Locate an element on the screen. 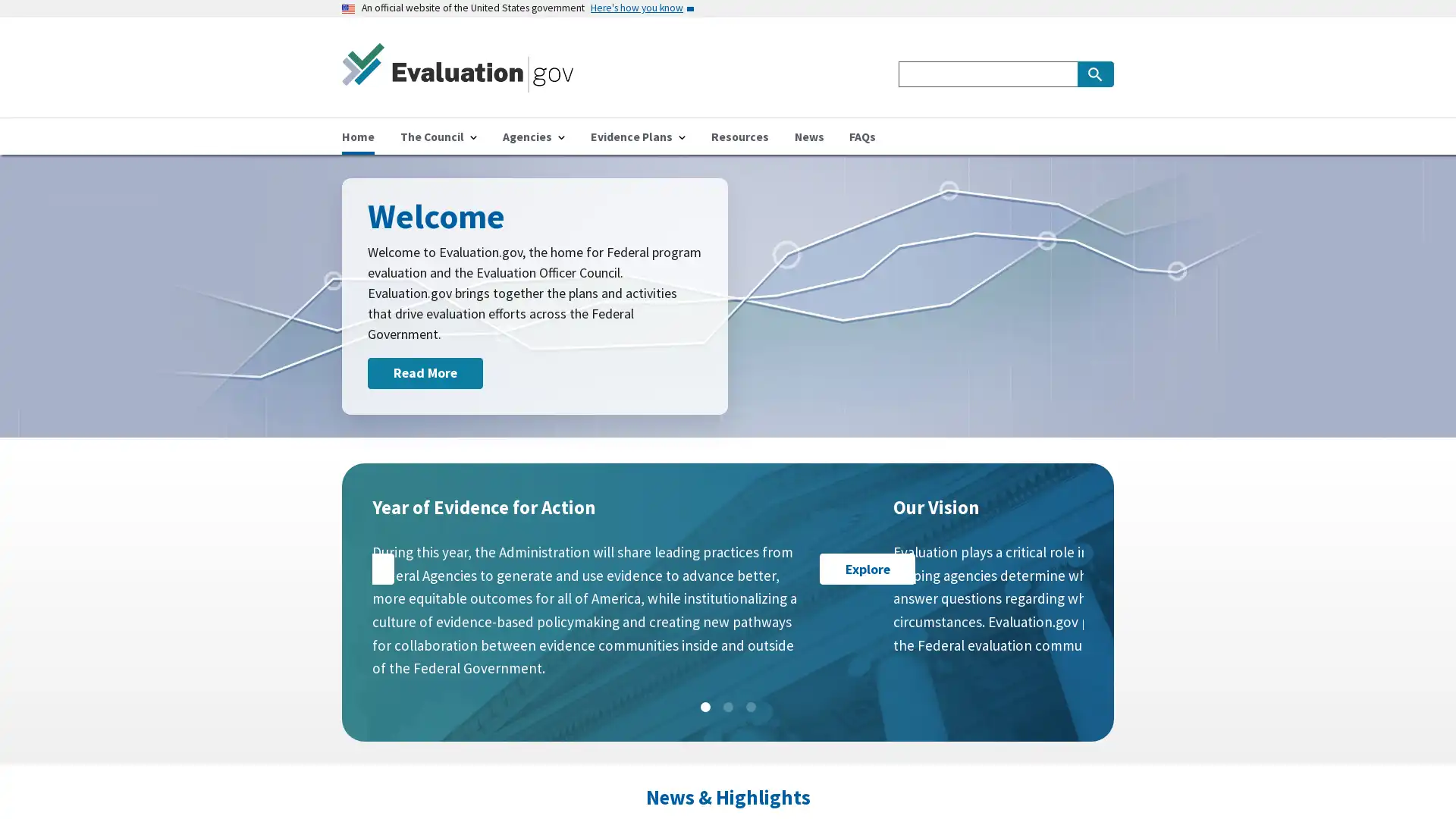  Search is located at coordinates (1095, 74).